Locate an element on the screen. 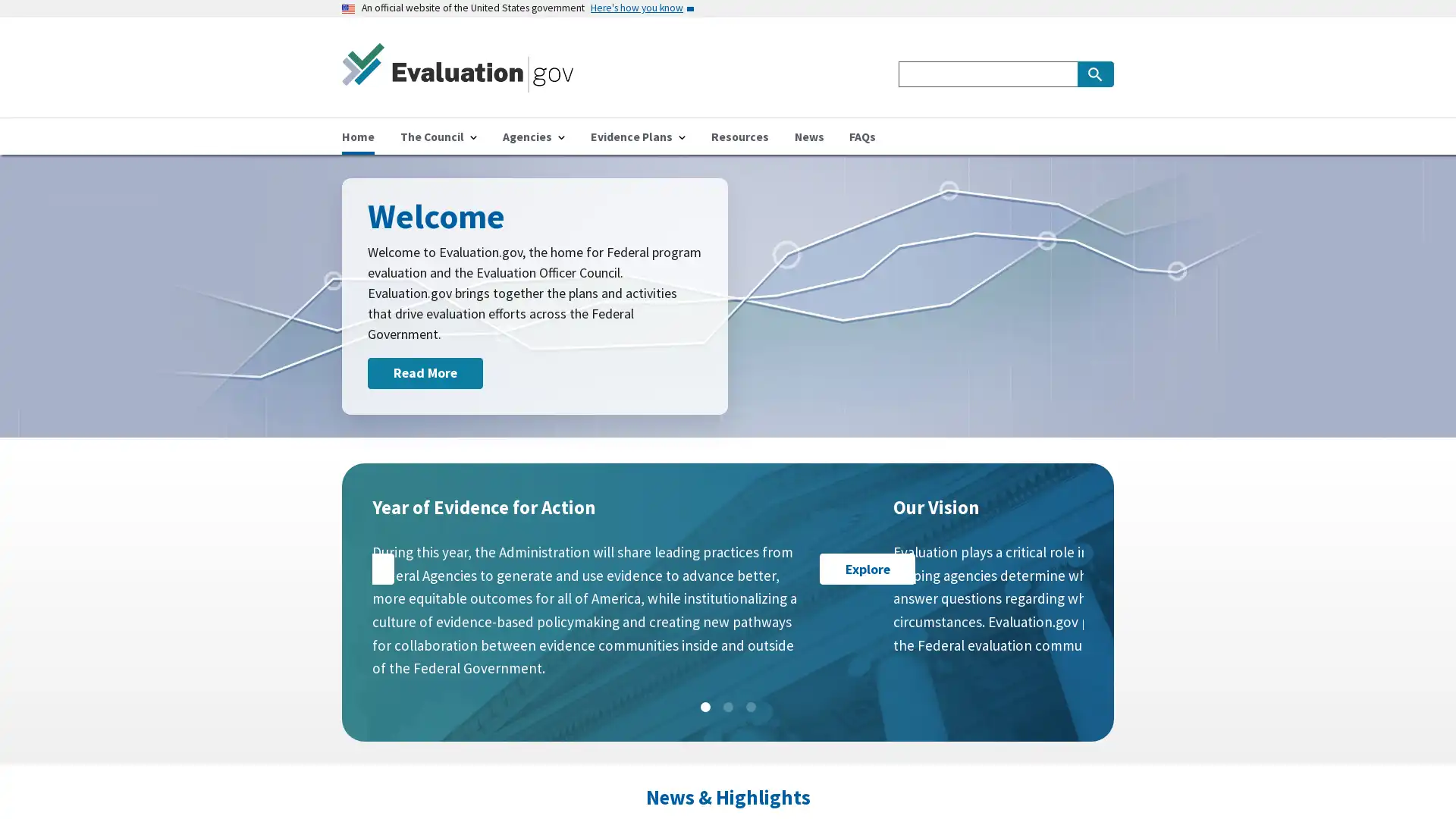  Search is located at coordinates (1095, 74).